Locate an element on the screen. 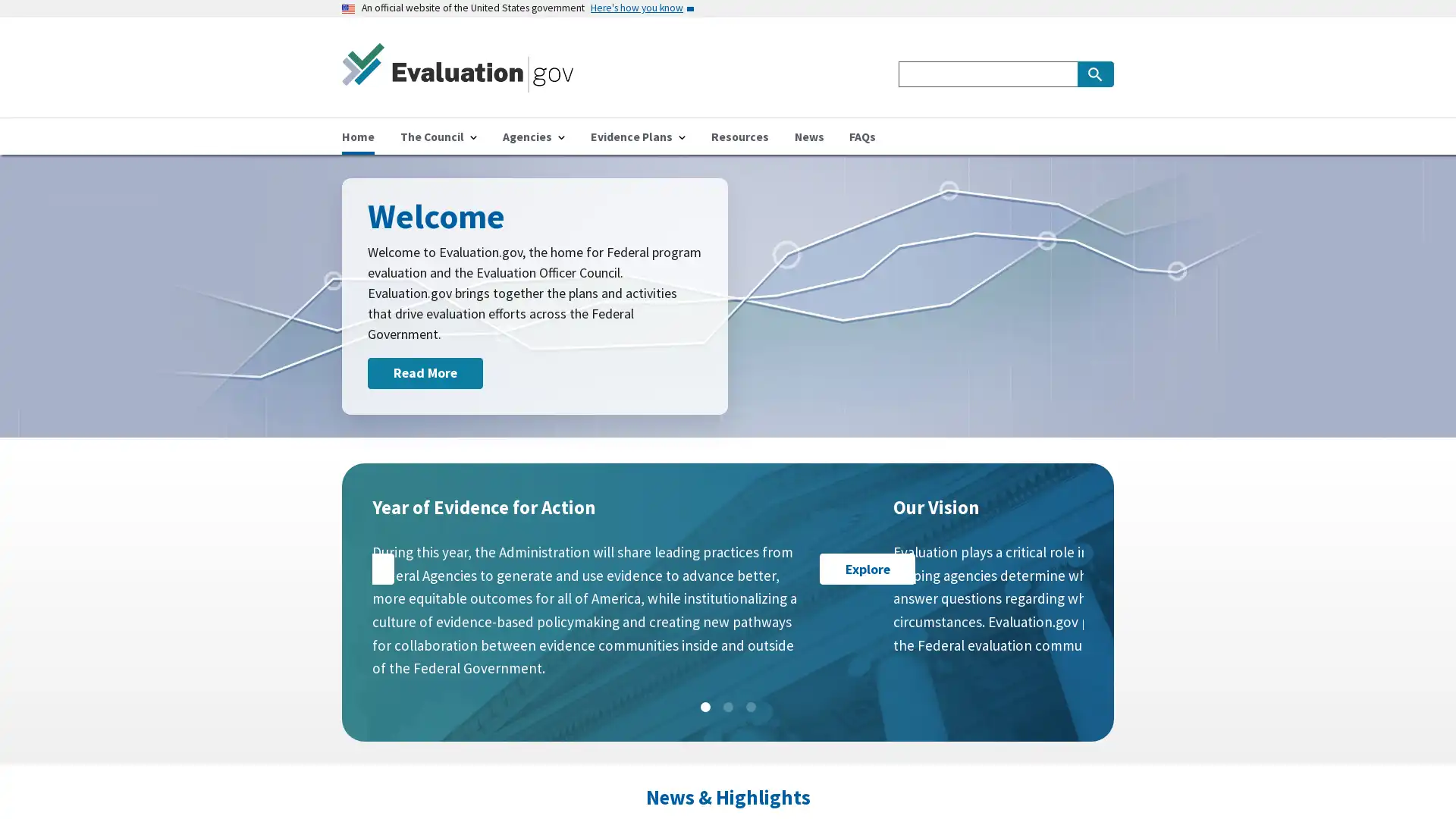  Search is located at coordinates (1095, 74).